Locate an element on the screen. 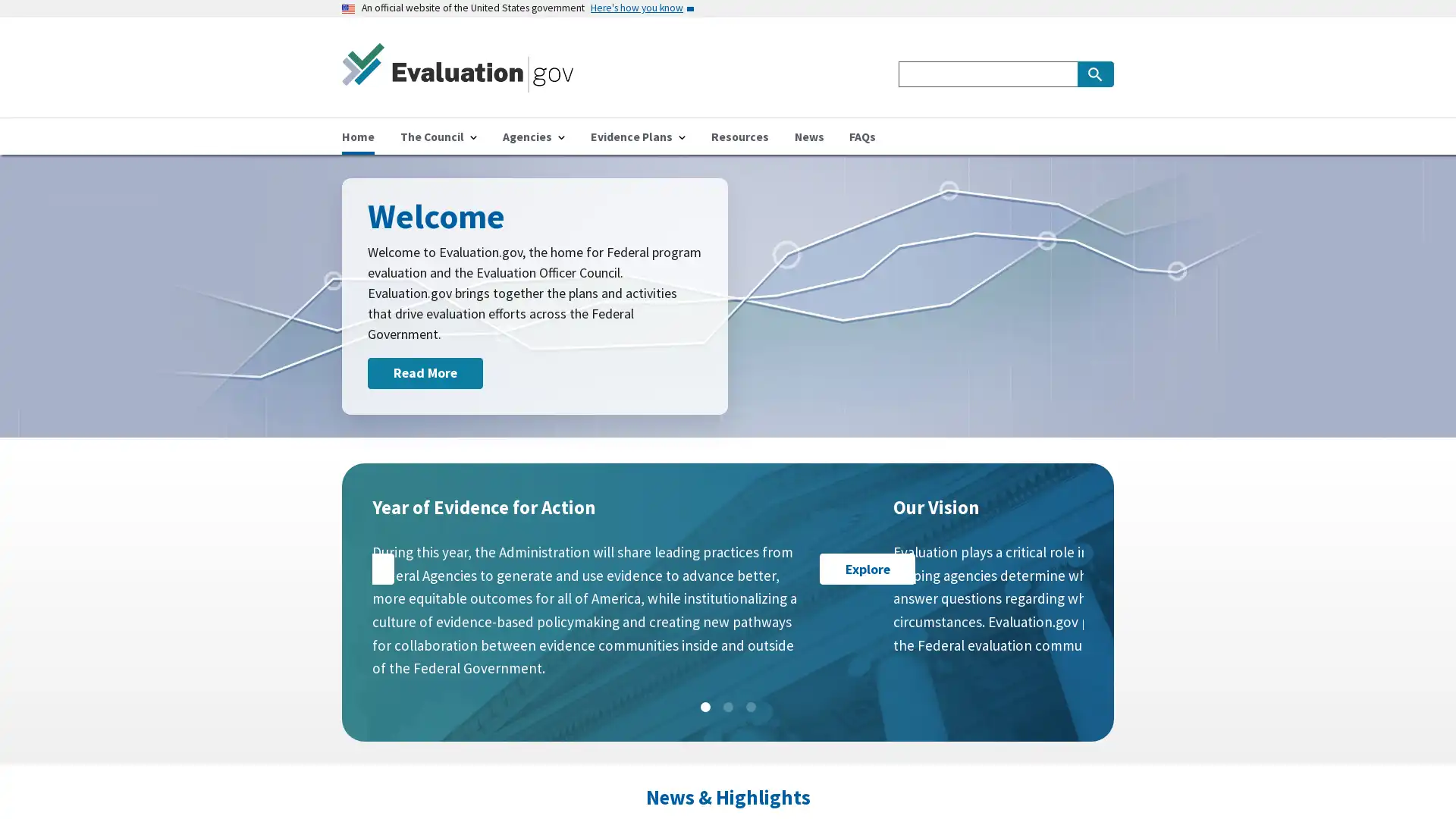  Search is located at coordinates (1095, 74).